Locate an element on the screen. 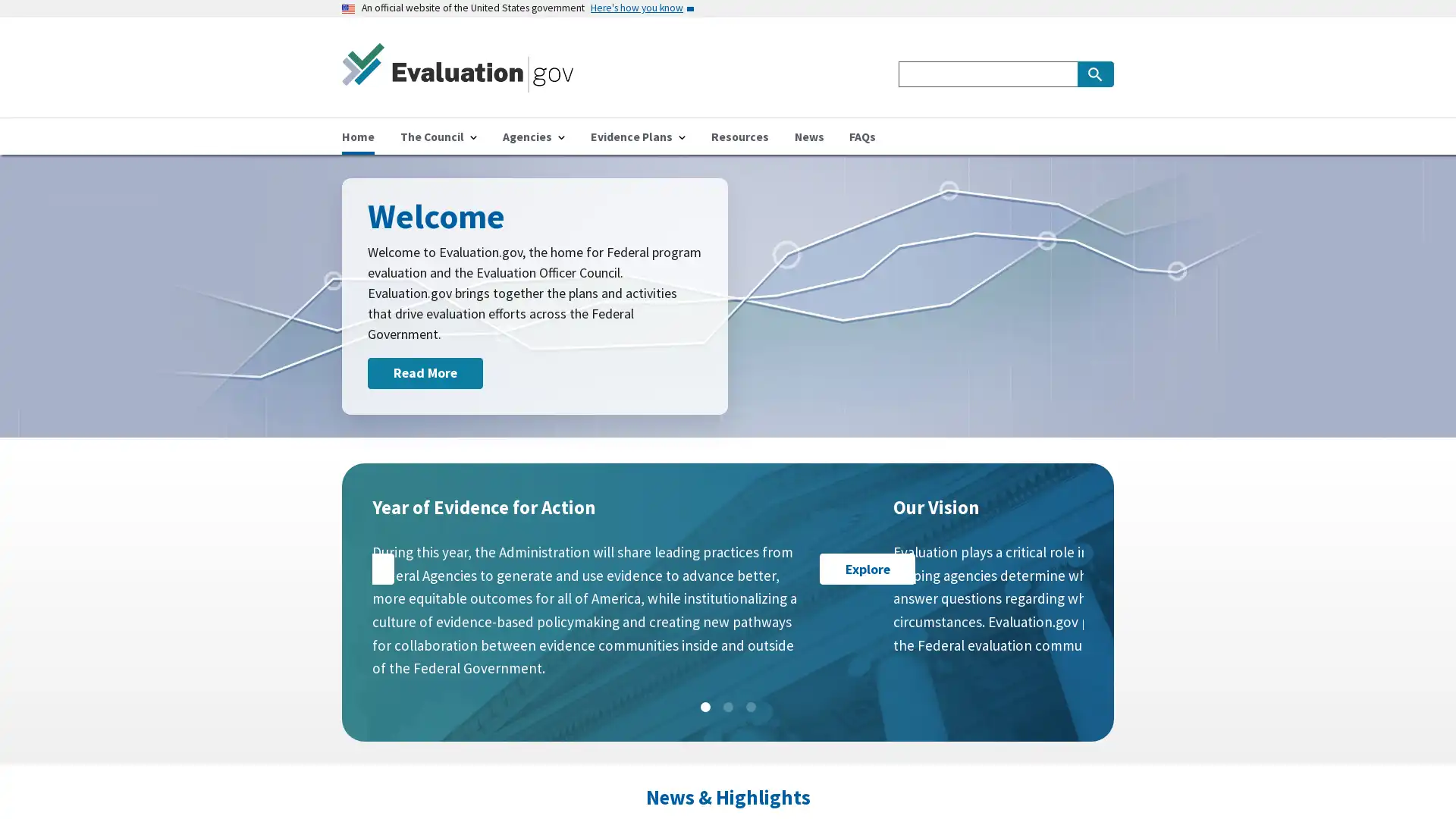  Search is located at coordinates (1095, 74).